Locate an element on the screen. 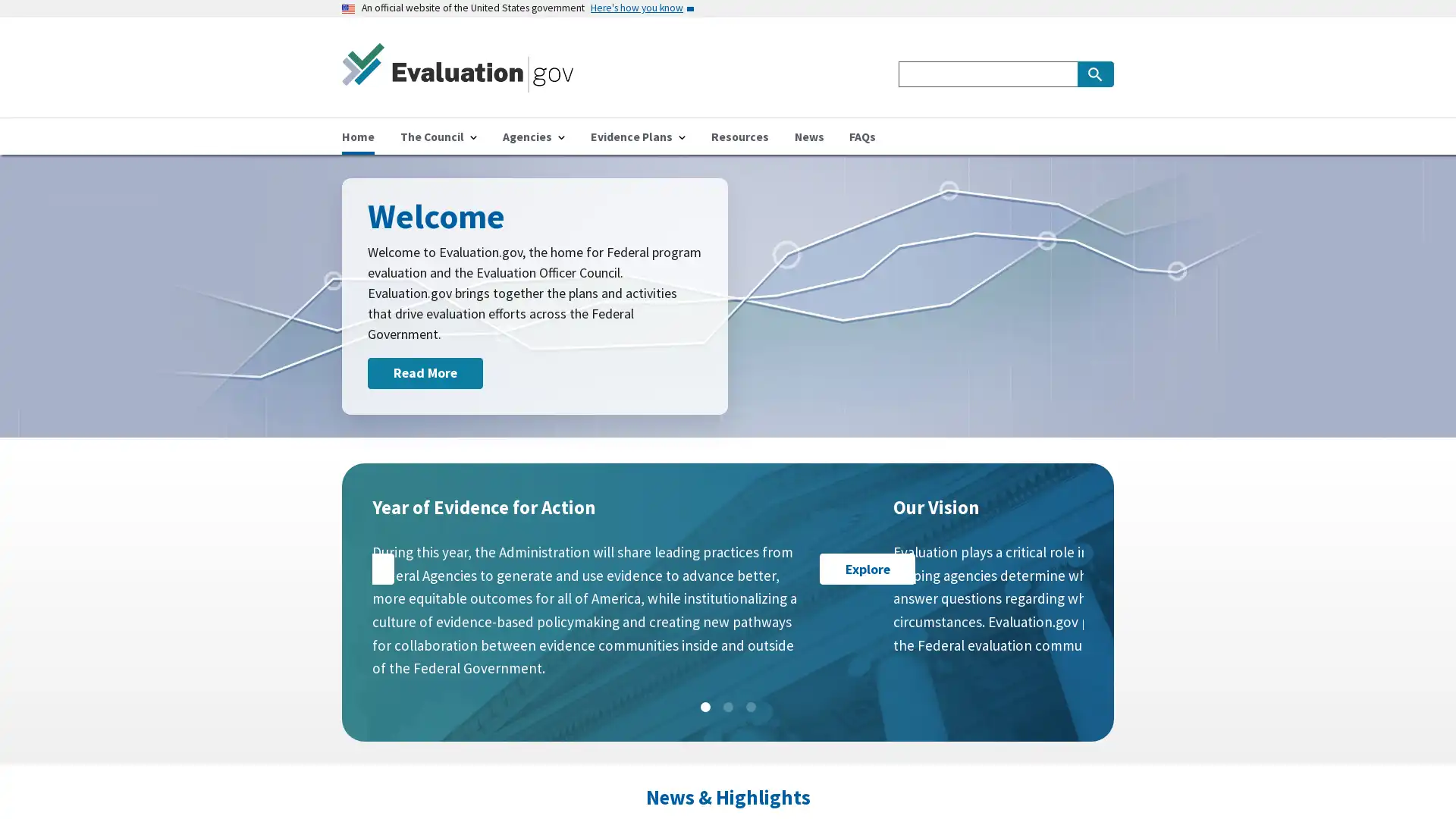  Search is located at coordinates (1095, 74).